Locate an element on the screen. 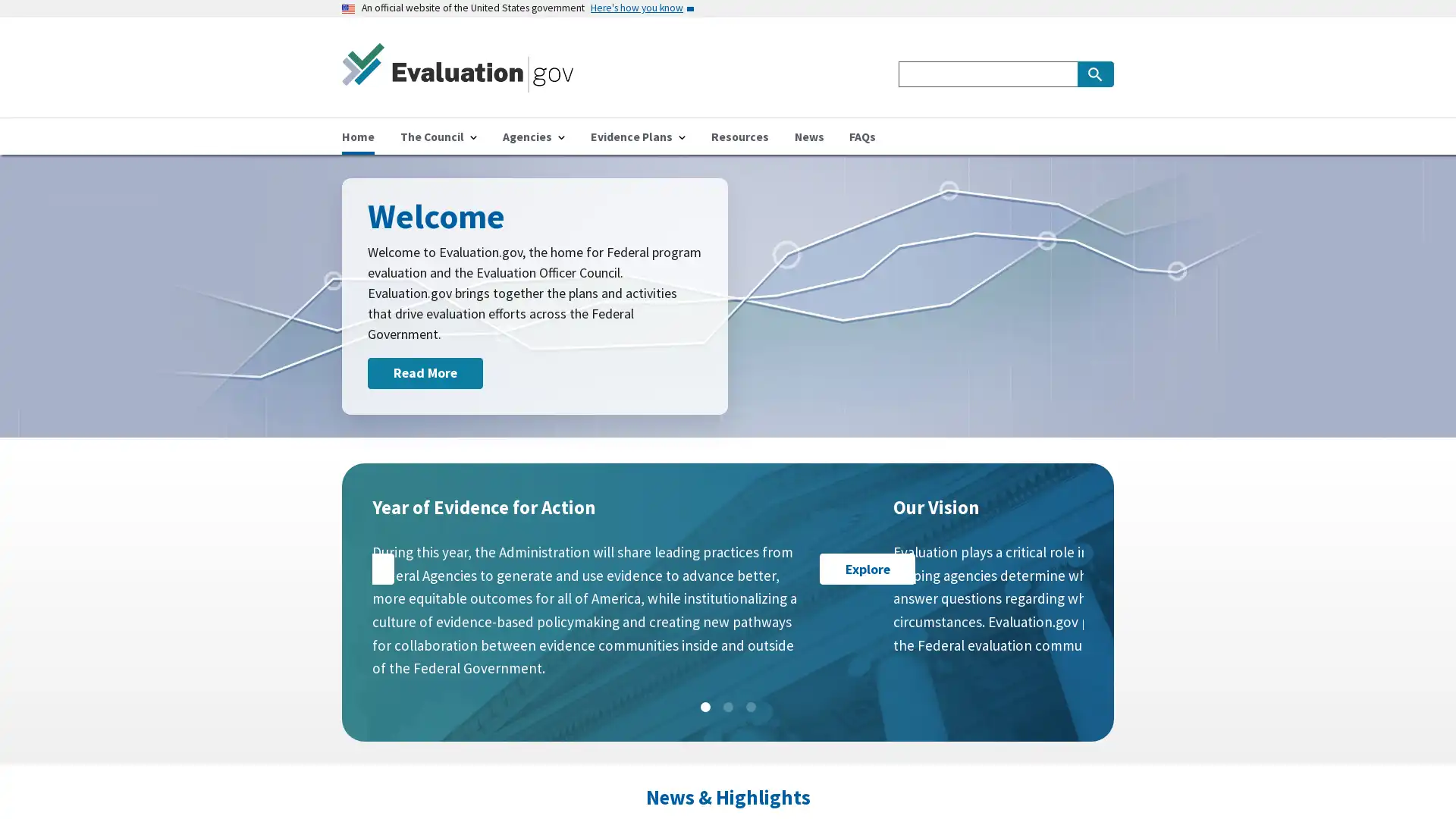  Search is located at coordinates (1095, 74).